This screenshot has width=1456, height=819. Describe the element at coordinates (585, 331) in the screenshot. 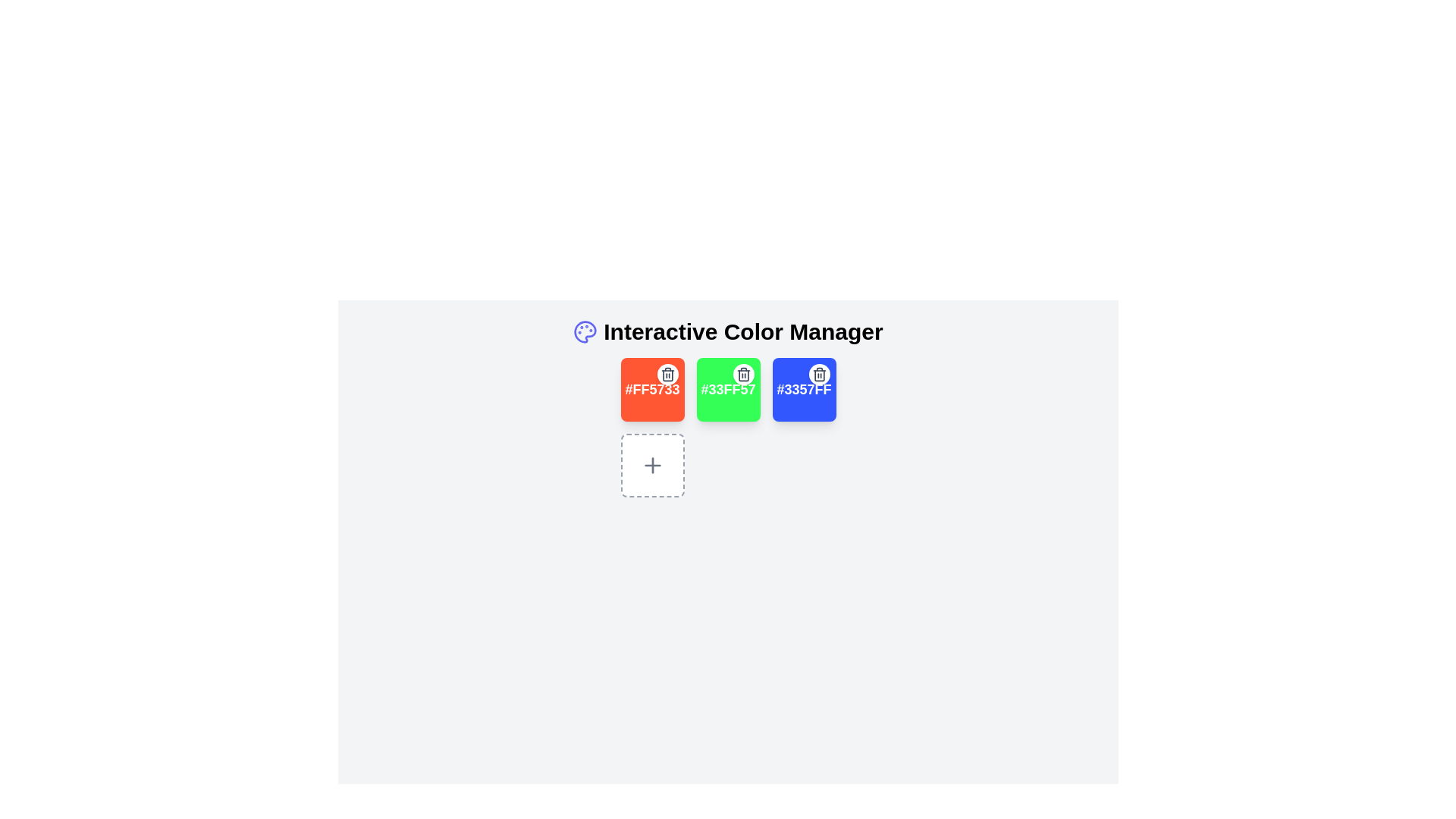

I see `the color palette icon located in the header, directly to the left of the 'Interactive Color Manager' text` at that location.